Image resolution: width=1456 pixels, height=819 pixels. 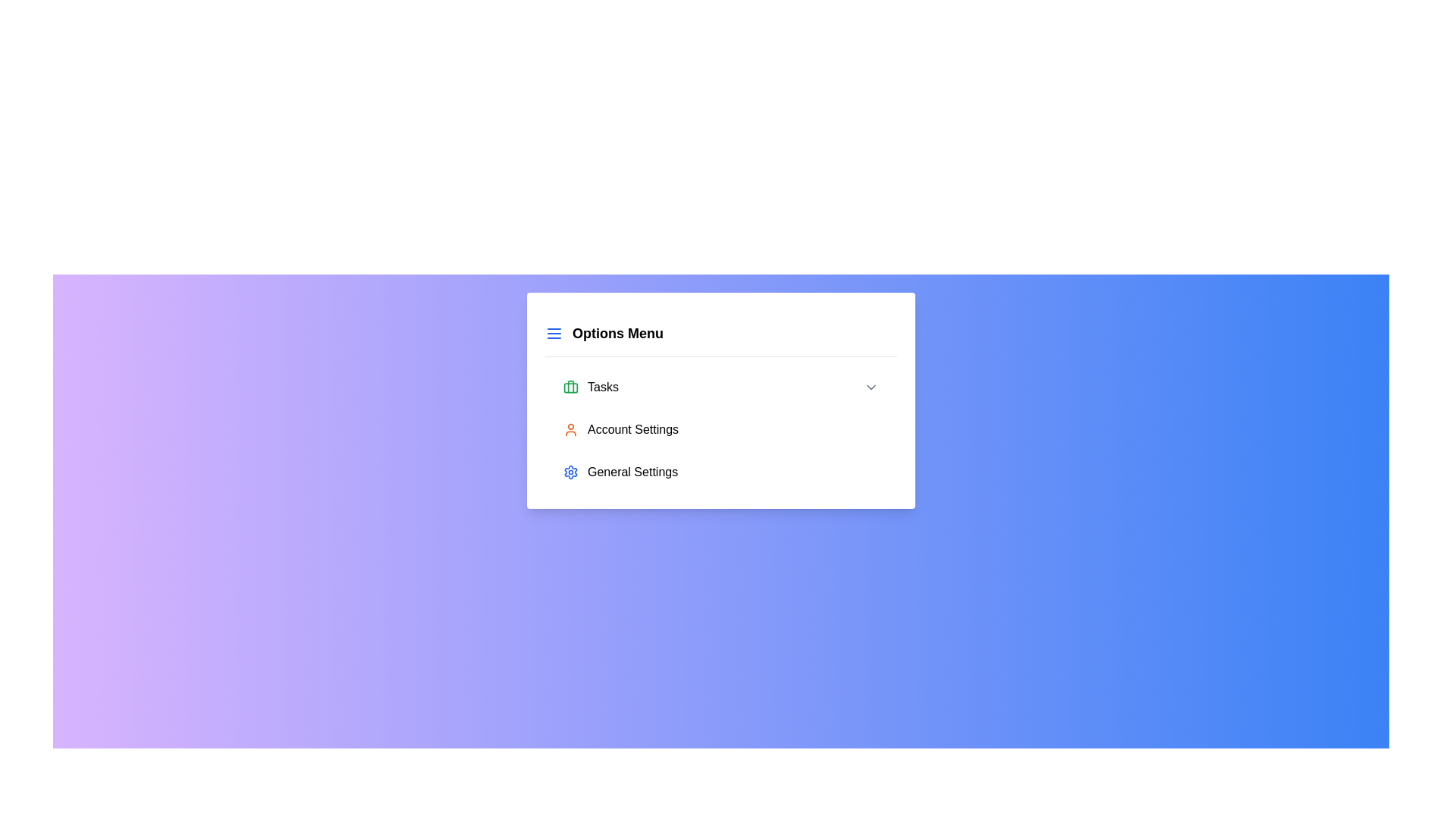 I want to click on the orange user silhouette icon located to the left of the 'Account Settings' text, so click(x=570, y=430).